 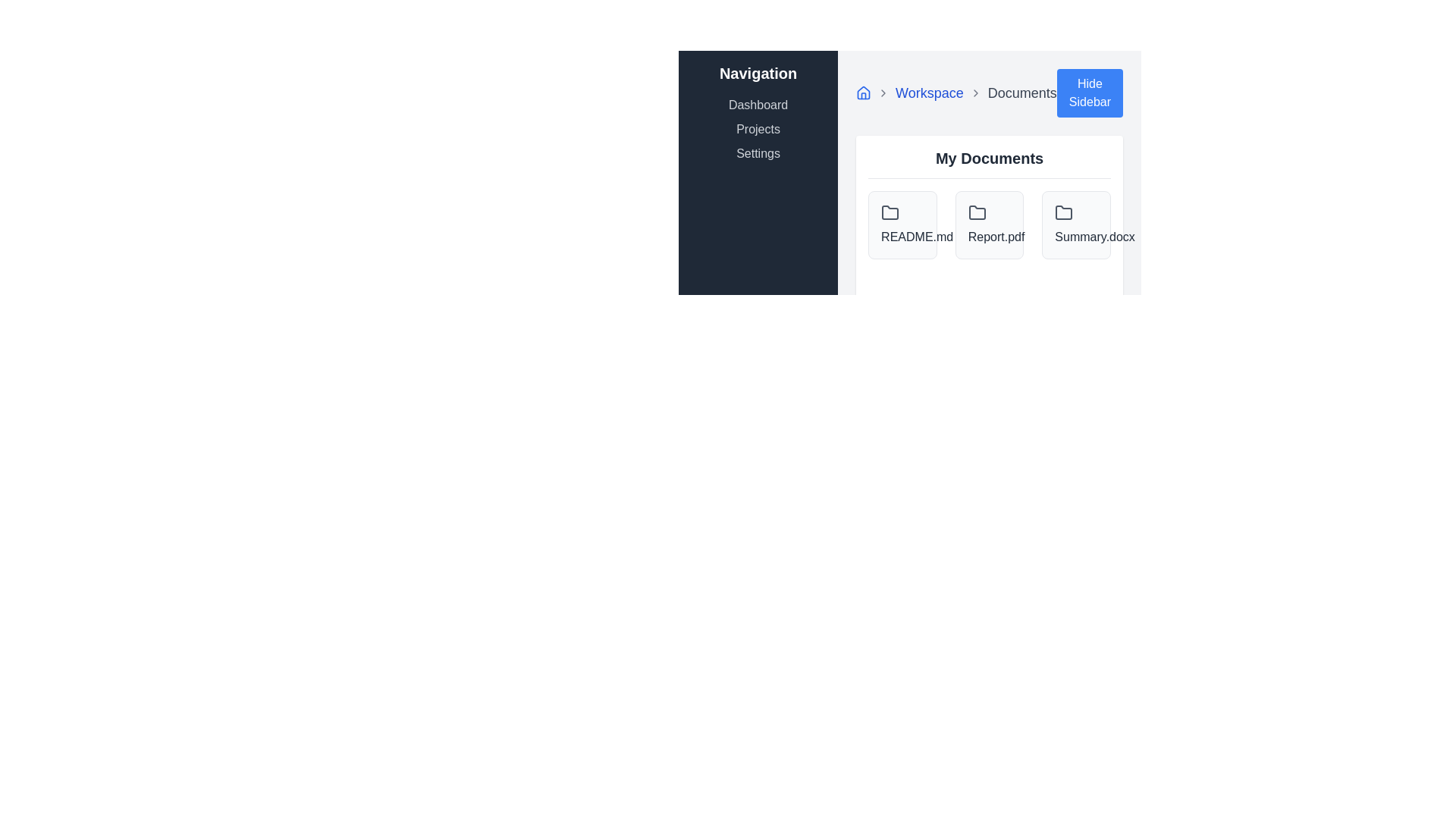 I want to click on the text display element that serves as the title or heading for the document-related content, located directly above the grid layout, so click(x=990, y=163).